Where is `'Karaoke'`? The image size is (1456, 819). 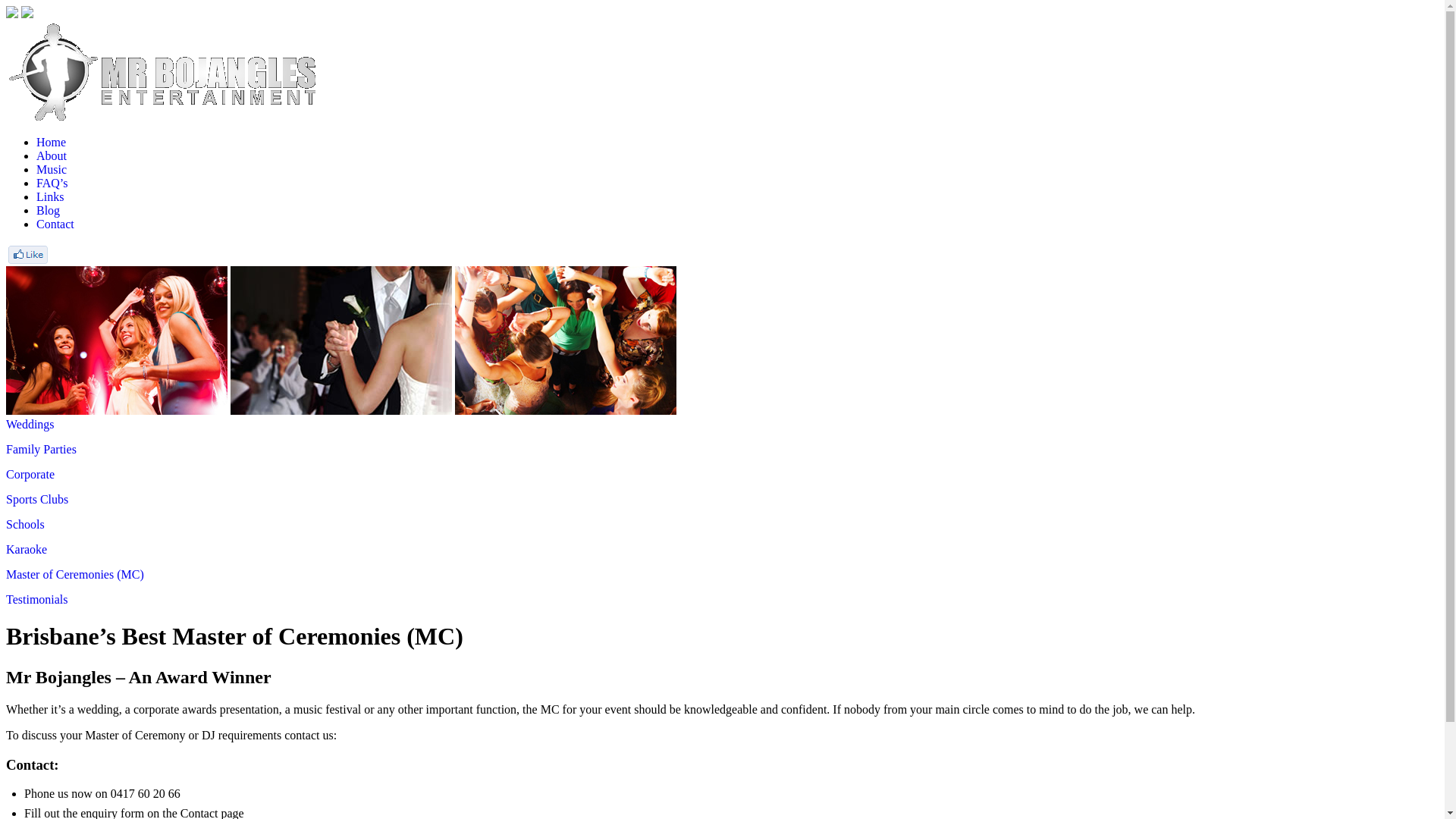 'Karaoke' is located at coordinates (6, 549).